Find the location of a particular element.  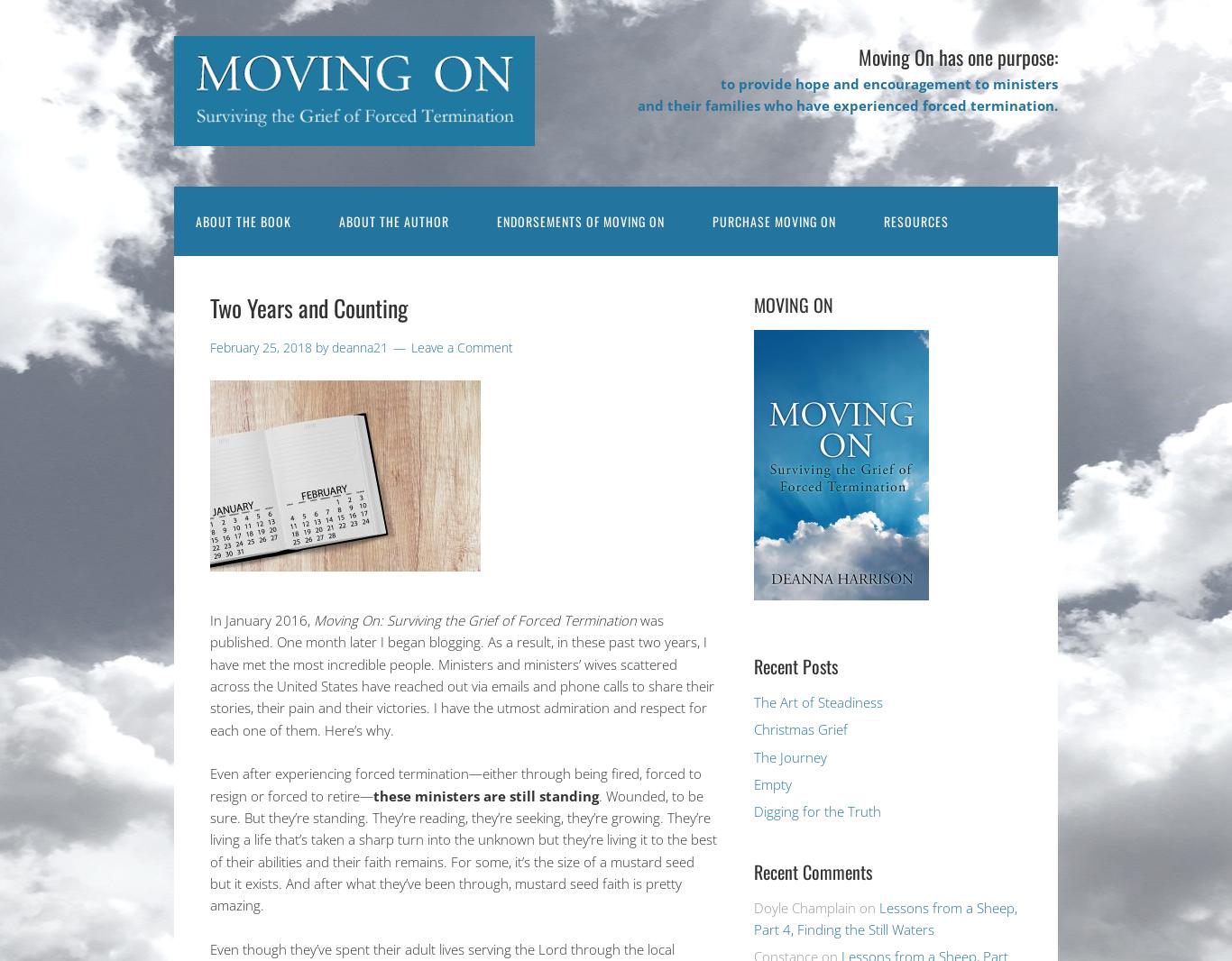

'Purchase Moving On' is located at coordinates (773, 220).